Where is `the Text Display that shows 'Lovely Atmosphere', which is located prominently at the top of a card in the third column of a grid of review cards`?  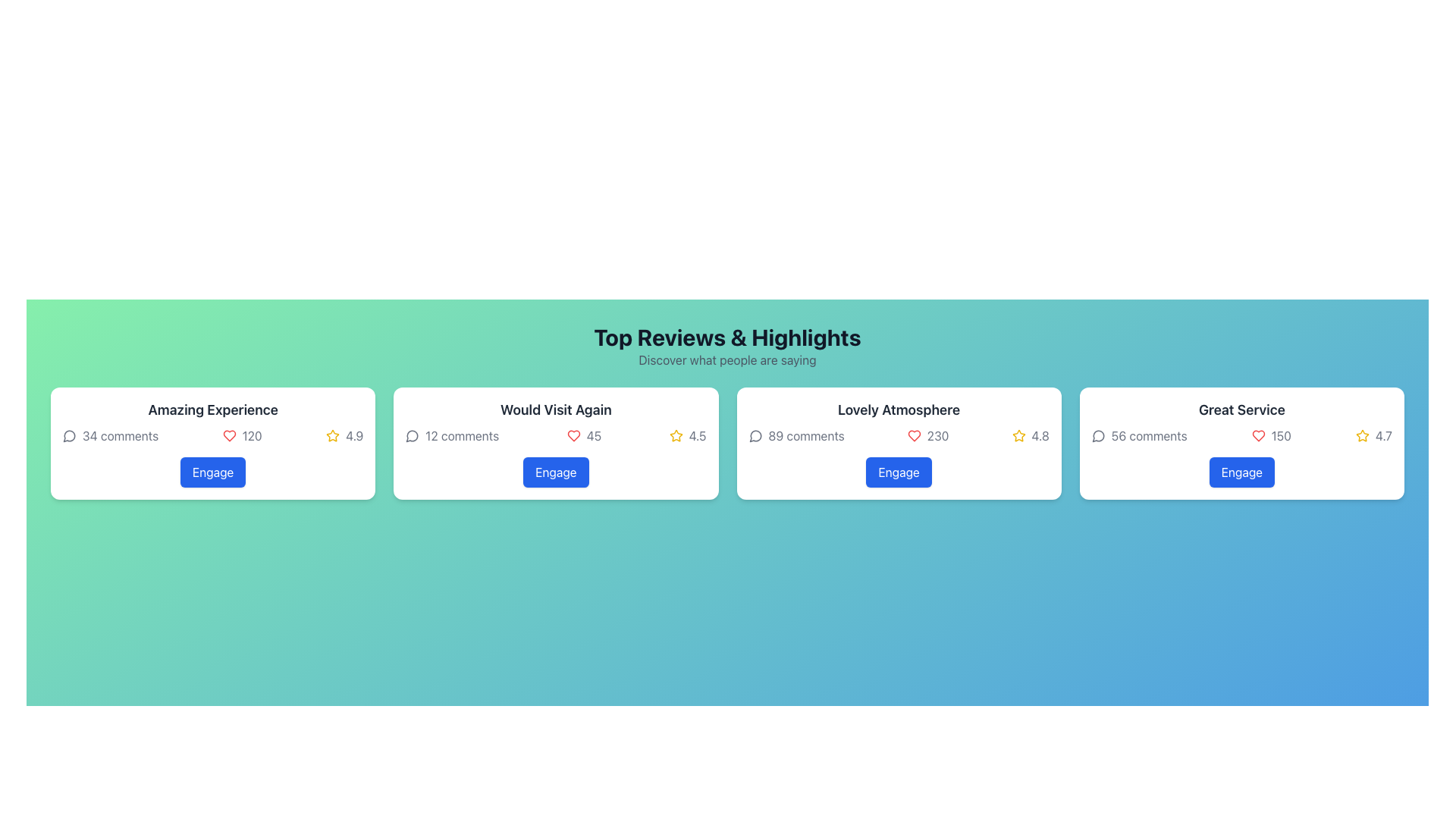
the Text Display that shows 'Lovely Atmosphere', which is located prominently at the top of a card in the third column of a grid of review cards is located at coordinates (899, 409).